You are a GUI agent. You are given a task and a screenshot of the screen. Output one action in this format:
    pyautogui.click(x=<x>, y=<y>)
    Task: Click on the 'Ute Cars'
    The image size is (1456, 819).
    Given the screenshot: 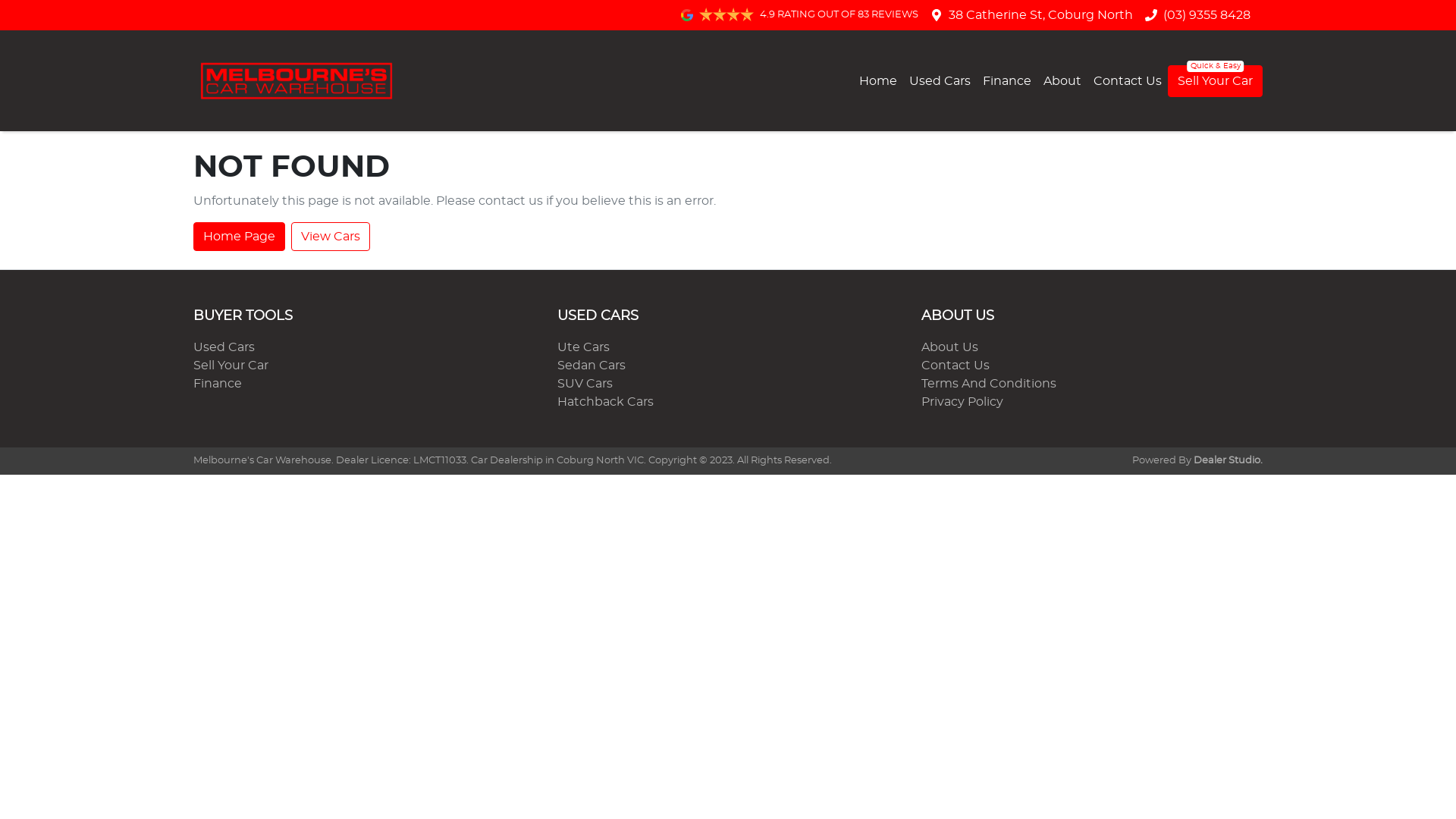 What is the action you would take?
    pyautogui.click(x=582, y=347)
    